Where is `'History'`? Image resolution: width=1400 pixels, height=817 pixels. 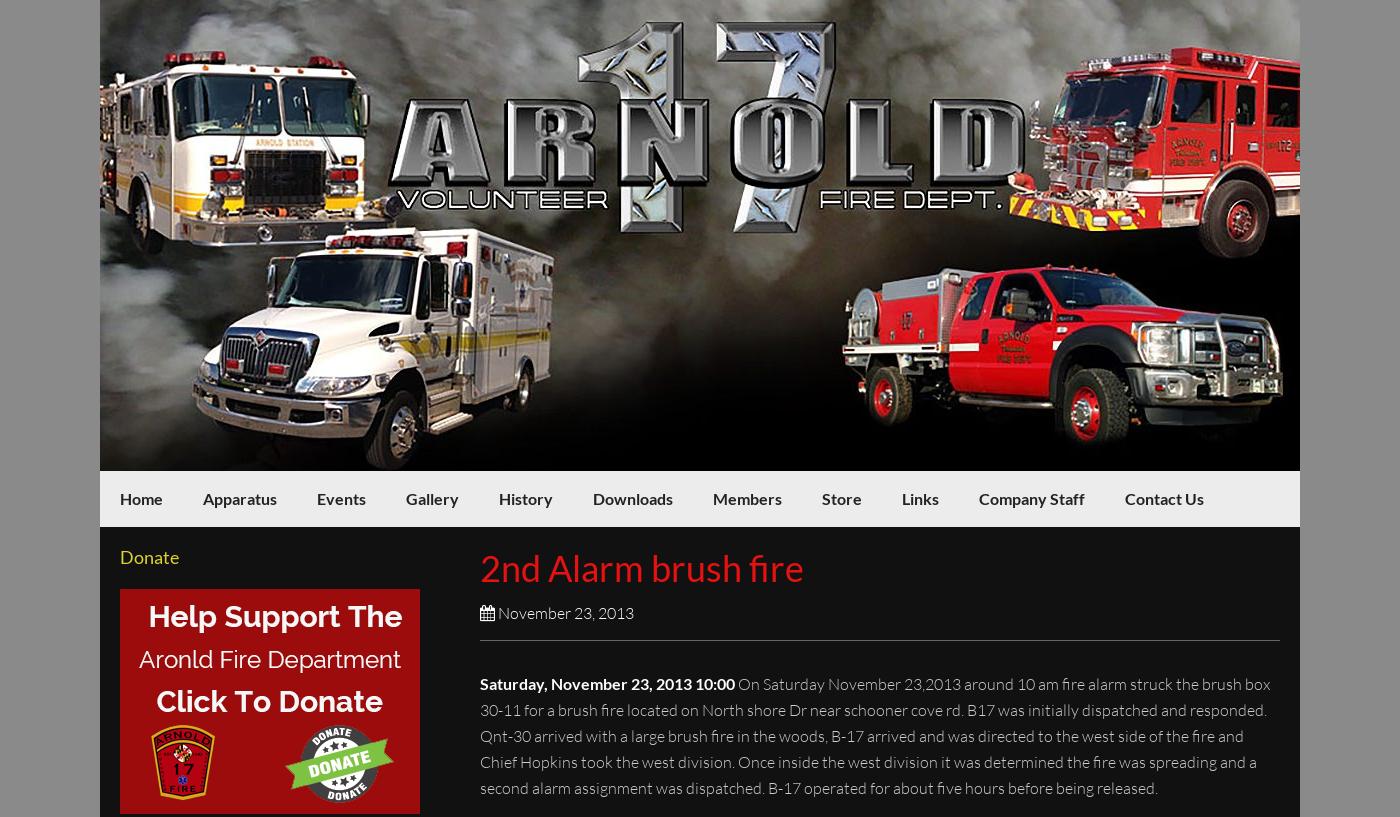
'History' is located at coordinates (525, 497).